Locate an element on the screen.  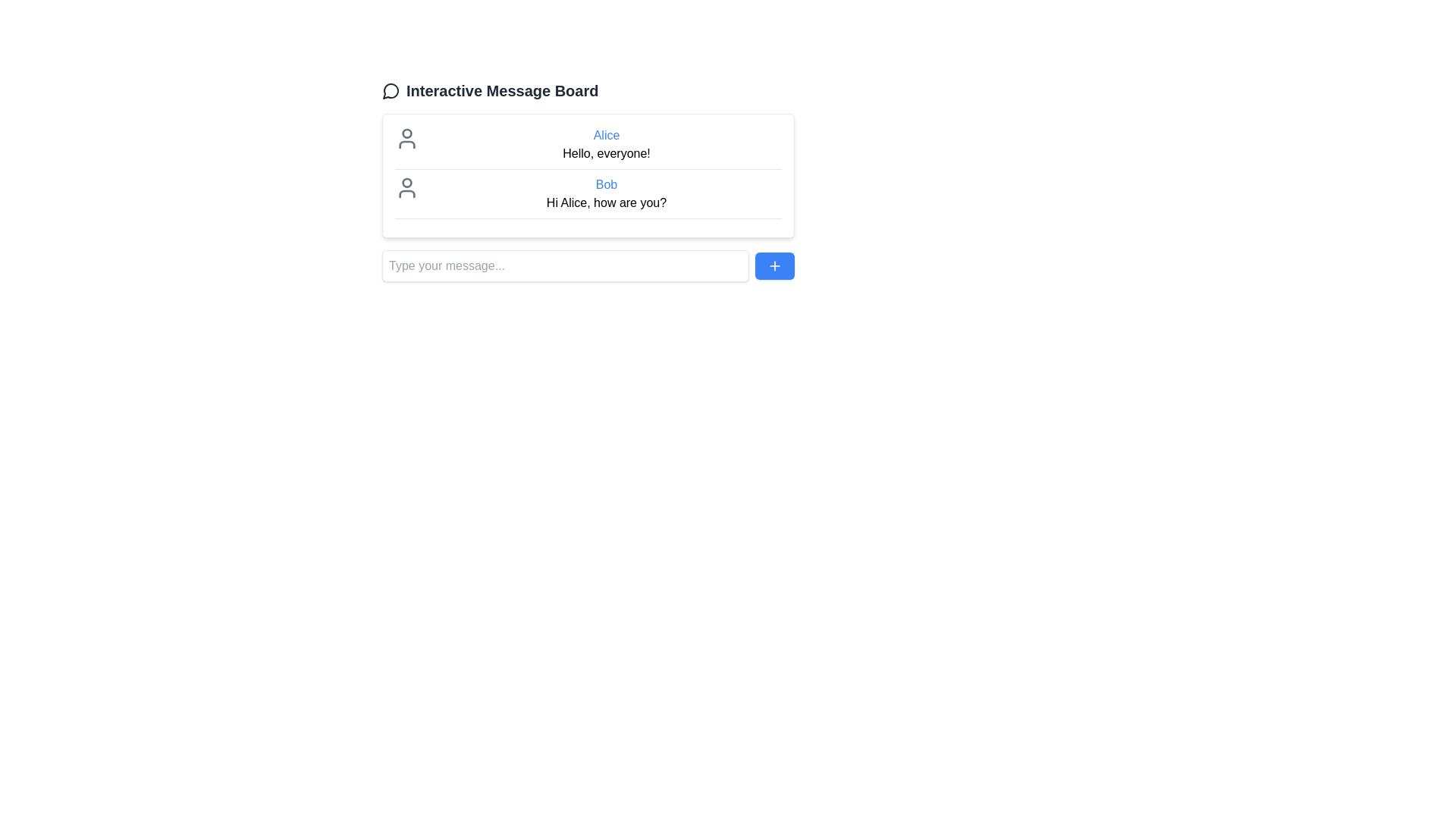
the Avatar icon representing user 'Bob' located on the left side of the message panel is located at coordinates (407, 187).